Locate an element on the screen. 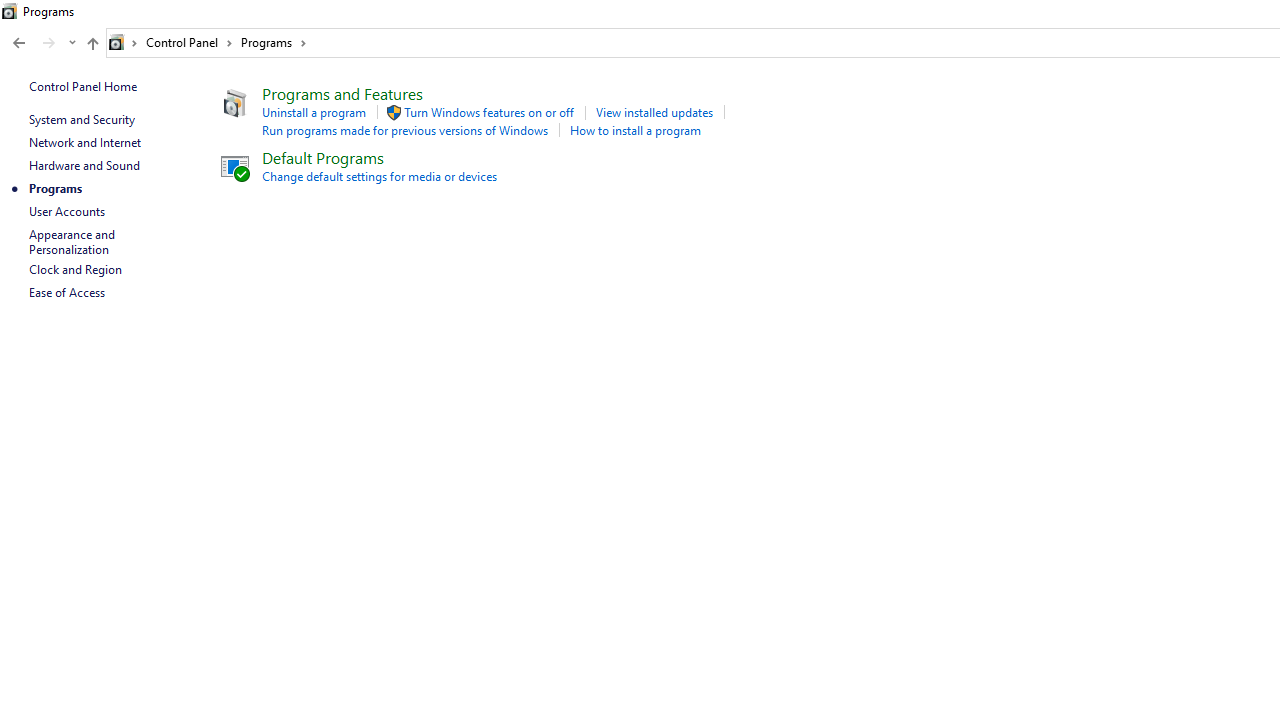 The image size is (1280, 720). 'Up band toolbar' is located at coordinates (91, 45).